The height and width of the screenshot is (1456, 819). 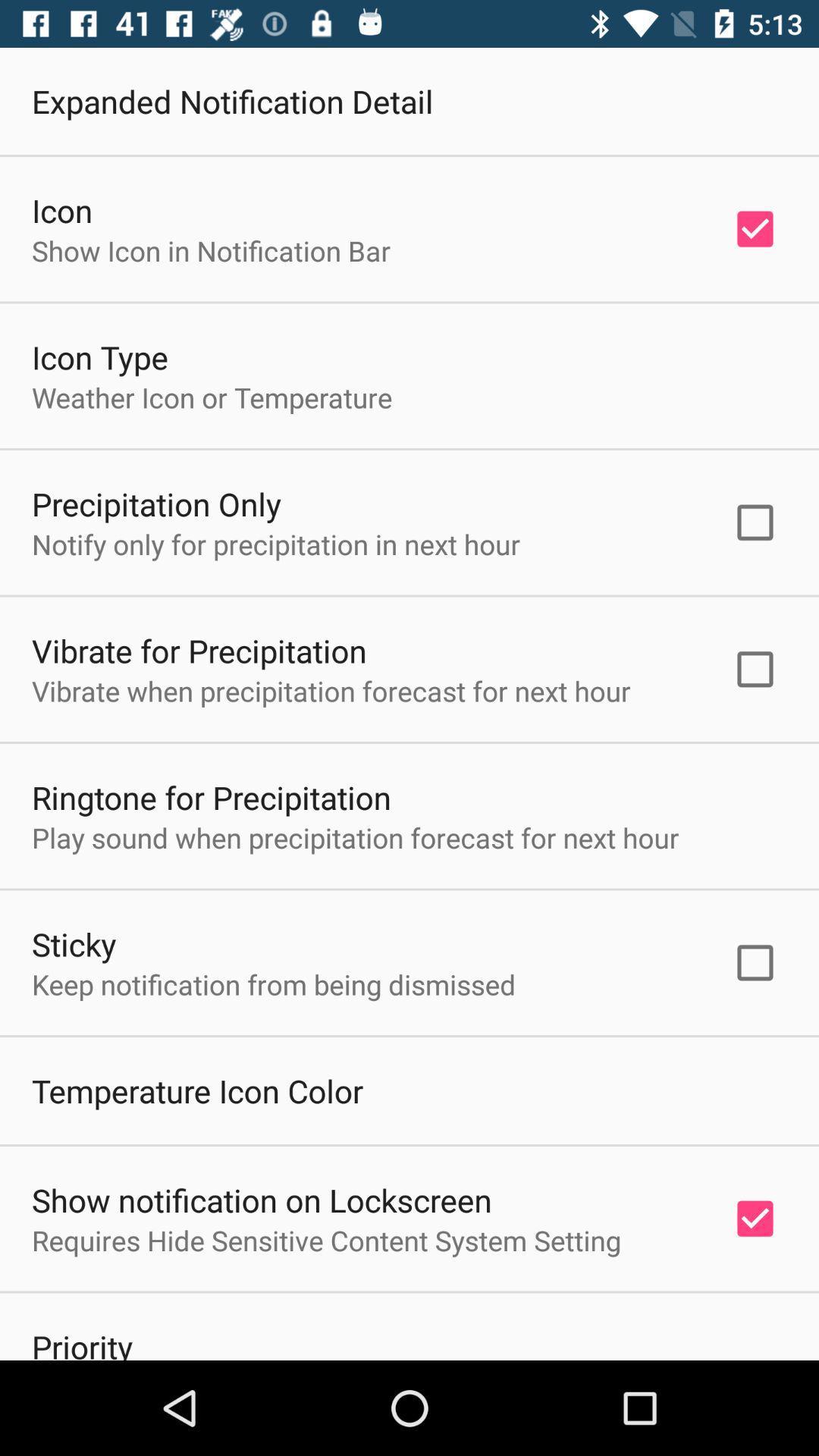 What do you see at coordinates (74, 943) in the screenshot?
I see `the item below the play sound when` at bounding box center [74, 943].